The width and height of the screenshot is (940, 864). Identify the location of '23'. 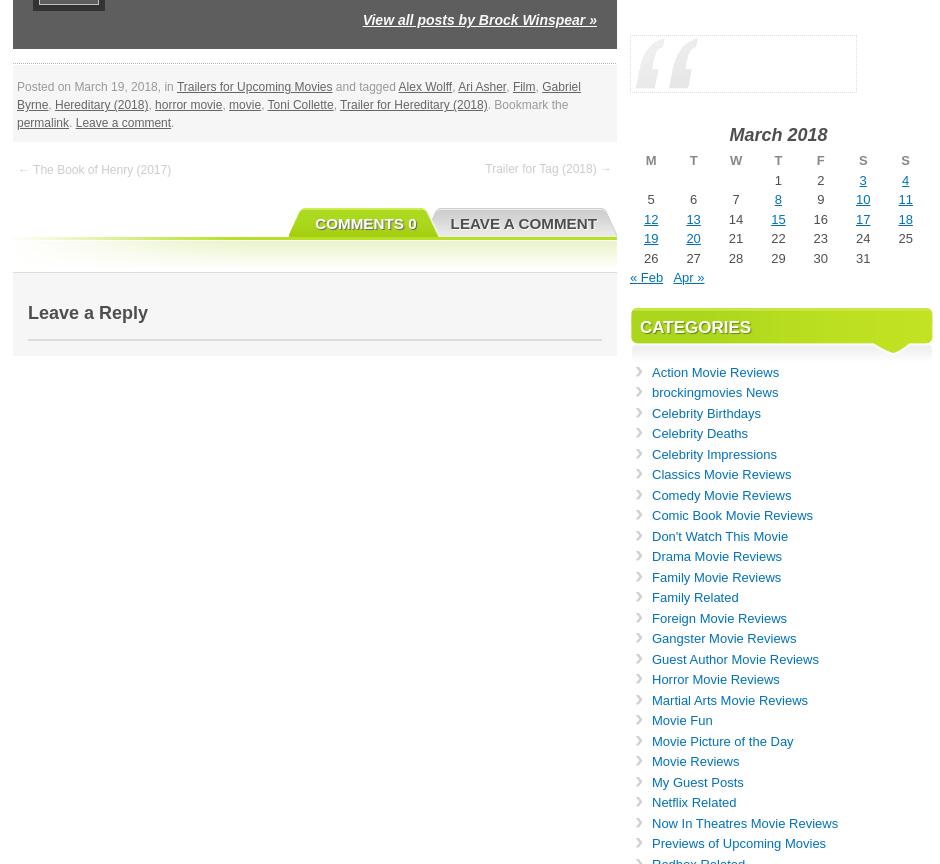
(820, 238).